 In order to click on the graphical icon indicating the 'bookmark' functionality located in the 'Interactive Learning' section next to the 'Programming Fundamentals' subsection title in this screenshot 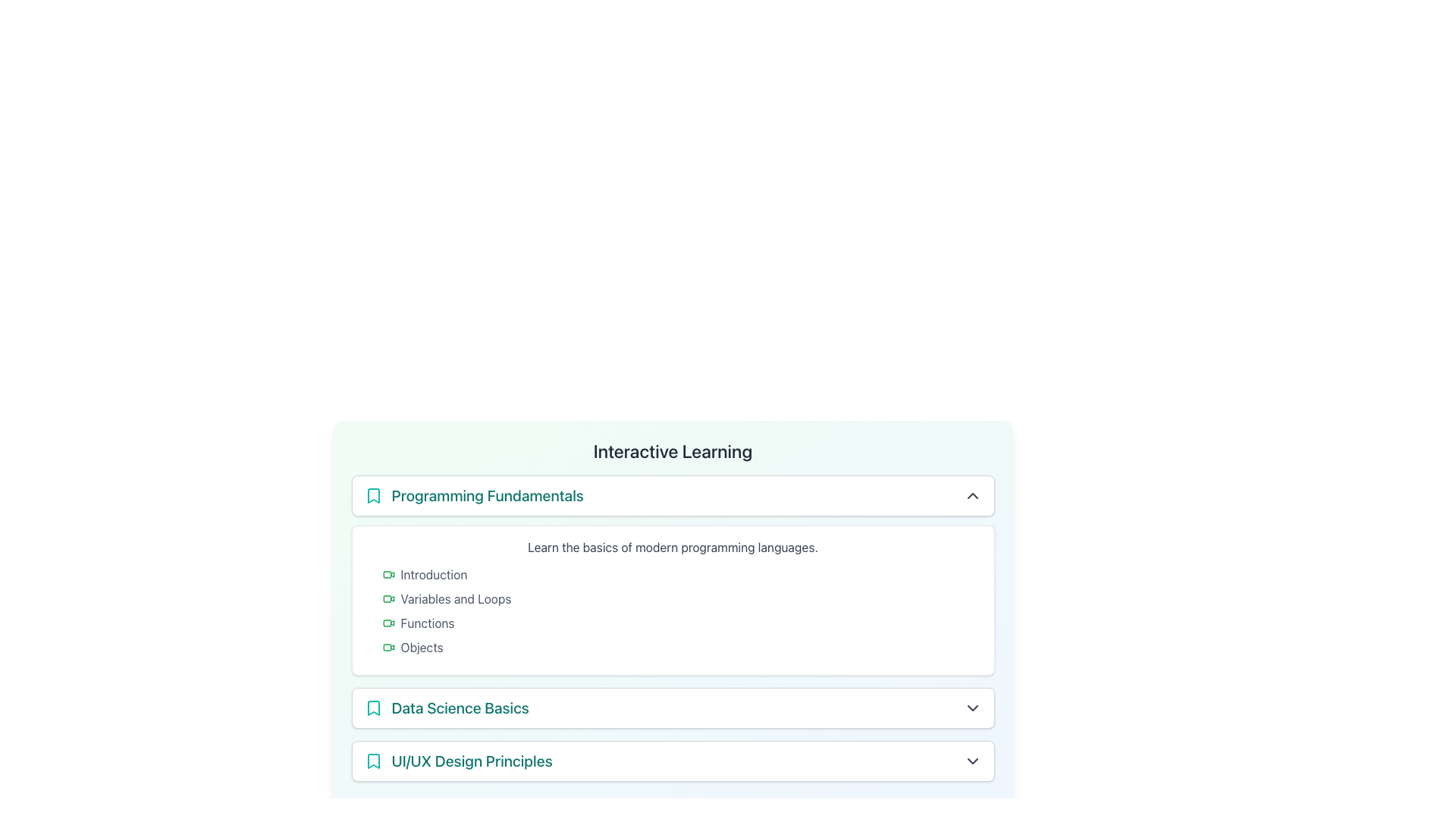, I will do `click(373, 496)`.